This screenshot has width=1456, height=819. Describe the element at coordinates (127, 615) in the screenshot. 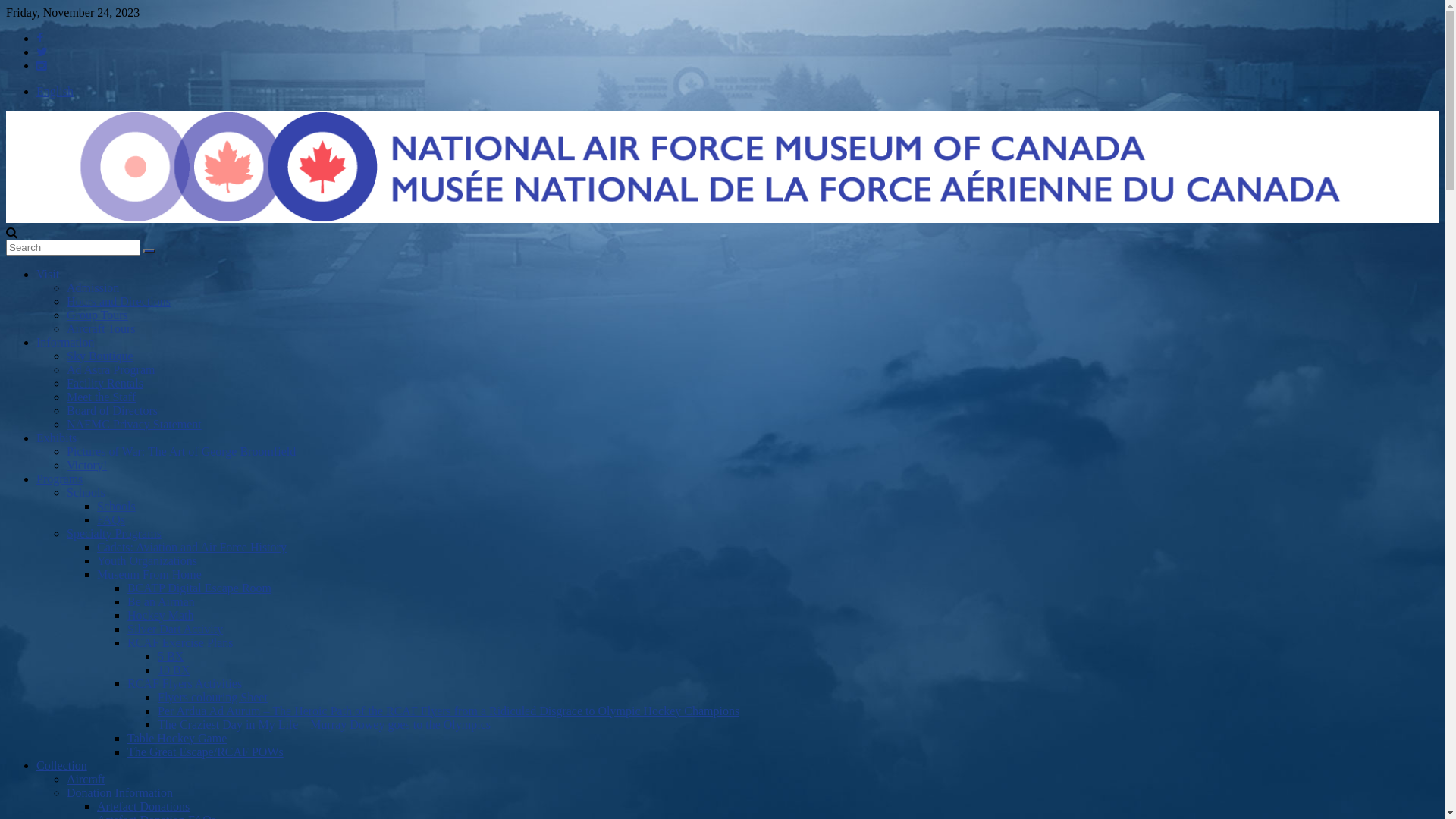

I see `'Hockey Math'` at that location.